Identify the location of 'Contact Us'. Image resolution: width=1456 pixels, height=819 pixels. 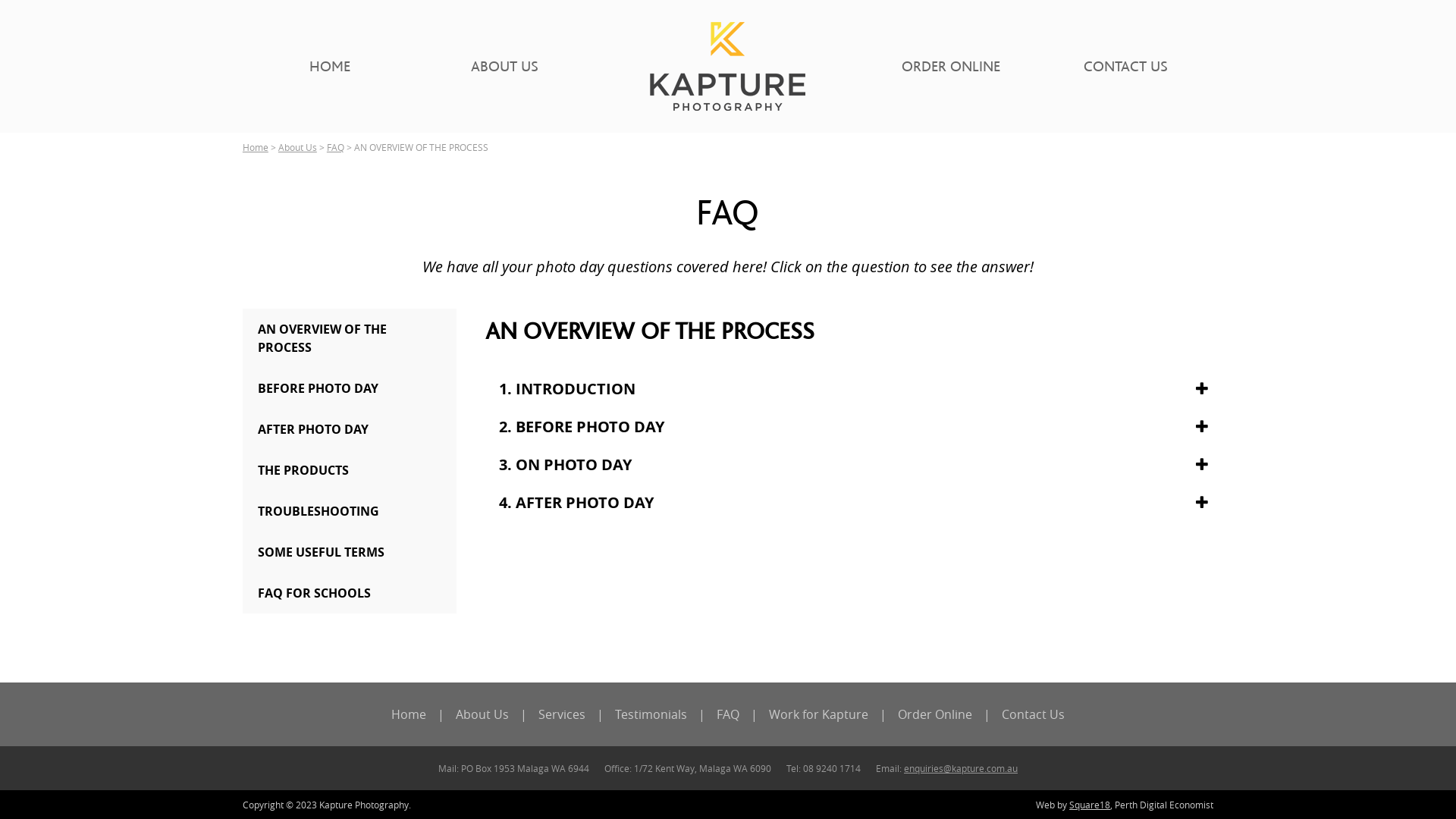
(1032, 714).